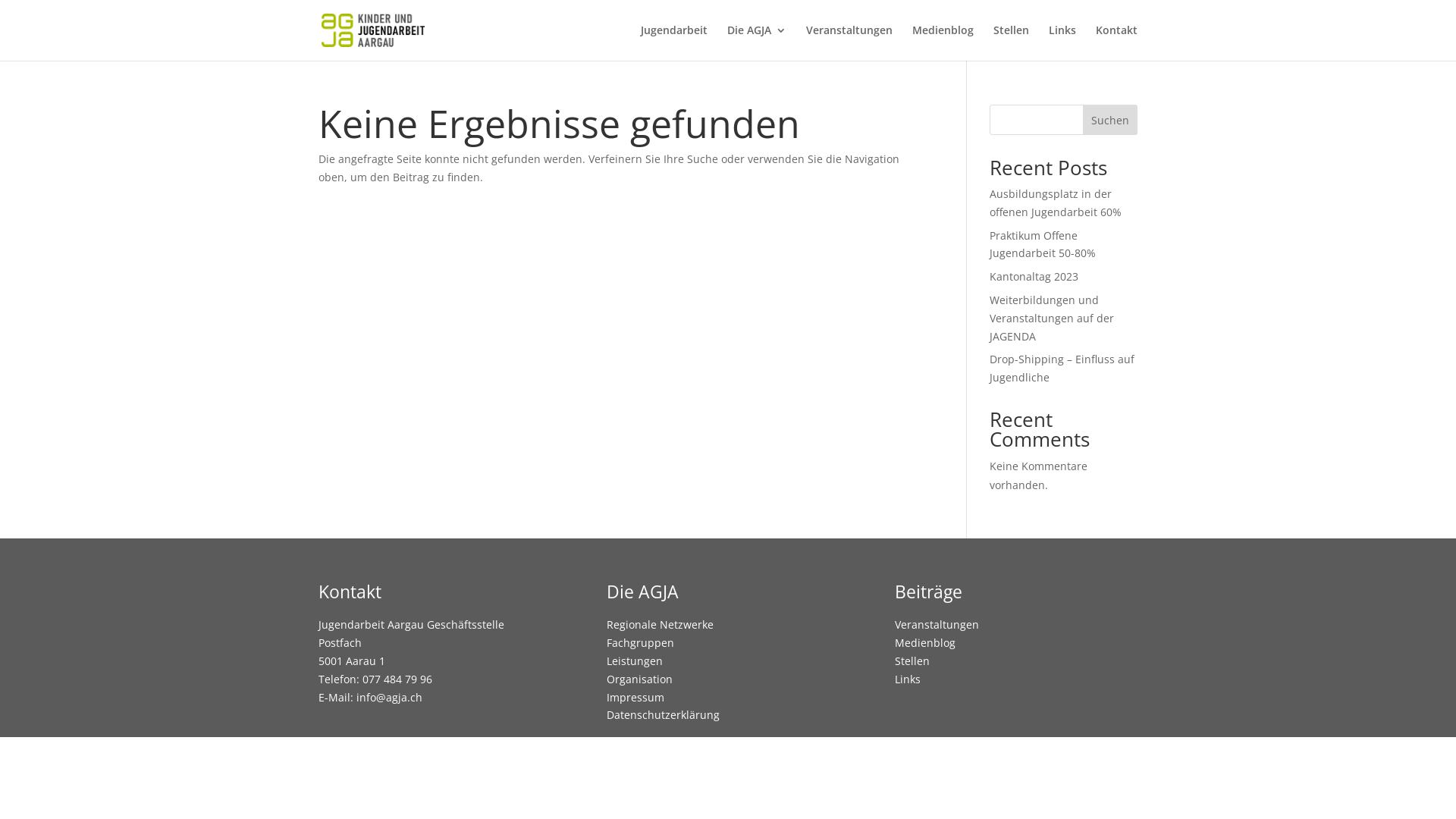 The height and width of the screenshot is (819, 1456). What do you see at coordinates (990, 243) in the screenshot?
I see `'Praktikum Offene Jugendarbeit 50-80%'` at bounding box center [990, 243].